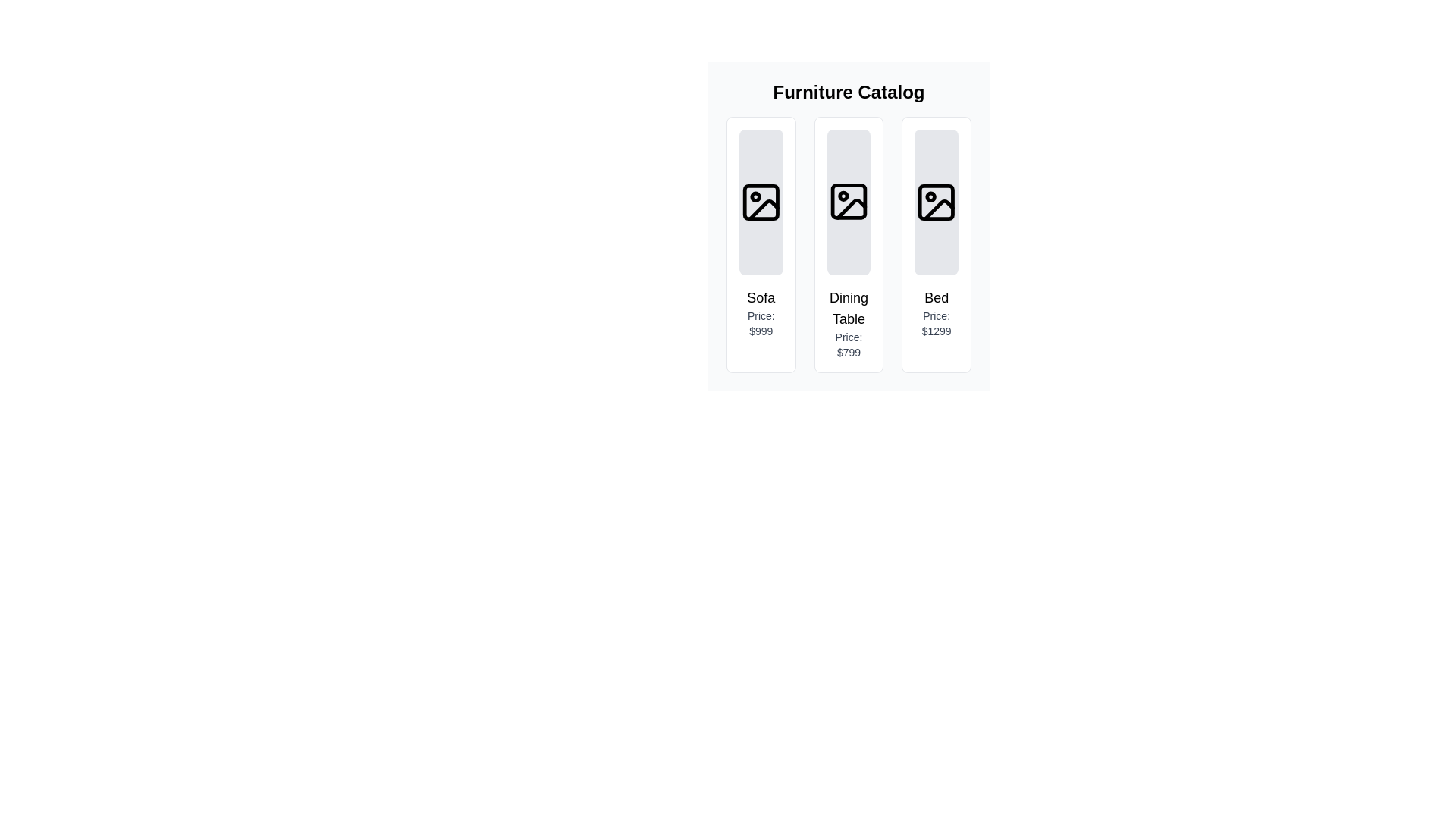  What do you see at coordinates (761, 201) in the screenshot?
I see `the SVG Shape - Rounded Rectangle that visually represents part of an image icon, located within the first item of a horizontal row in a grid-like layout` at bounding box center [761, 201].